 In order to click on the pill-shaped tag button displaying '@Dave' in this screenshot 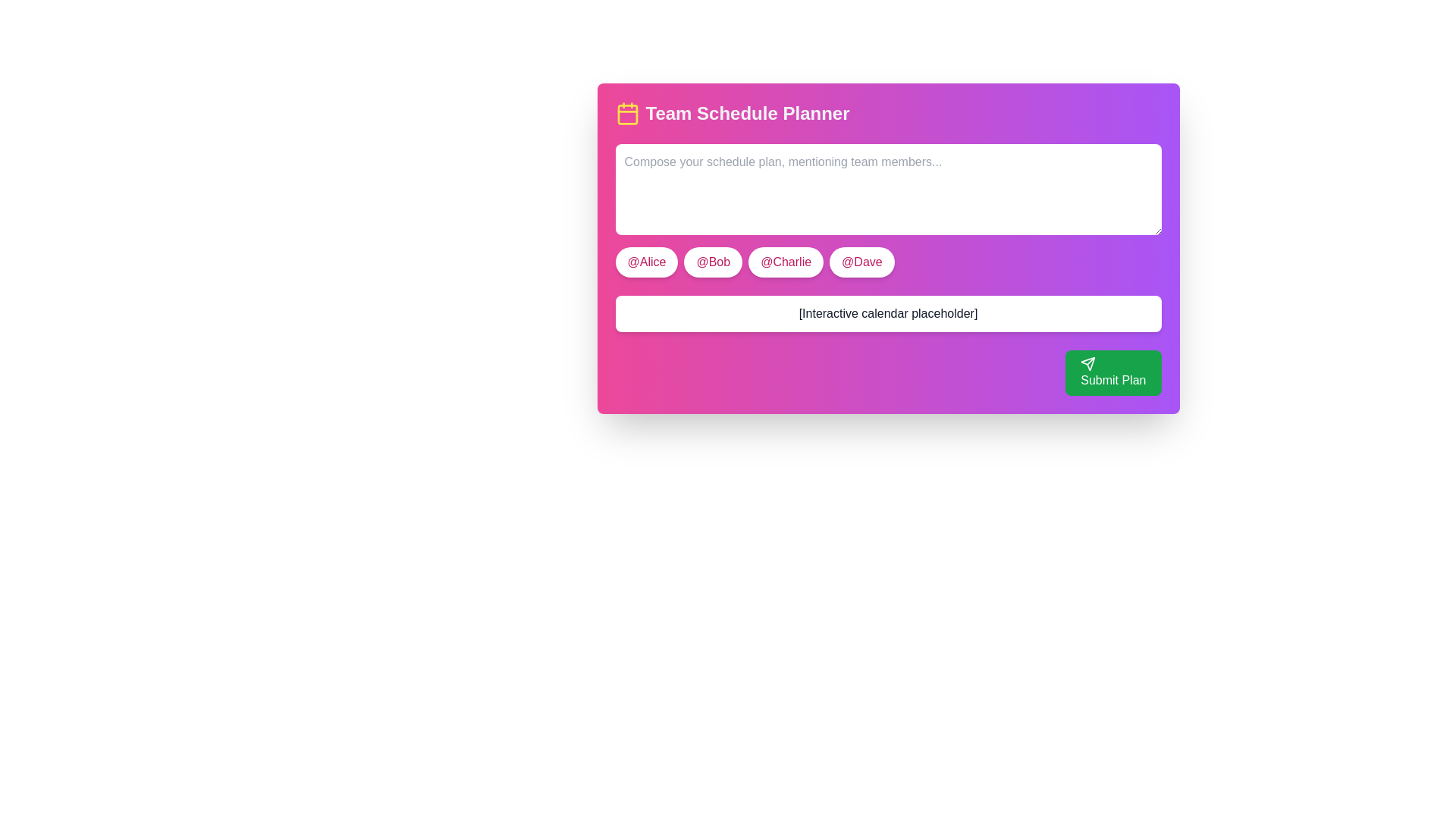, I will do `click(888, 247)`.